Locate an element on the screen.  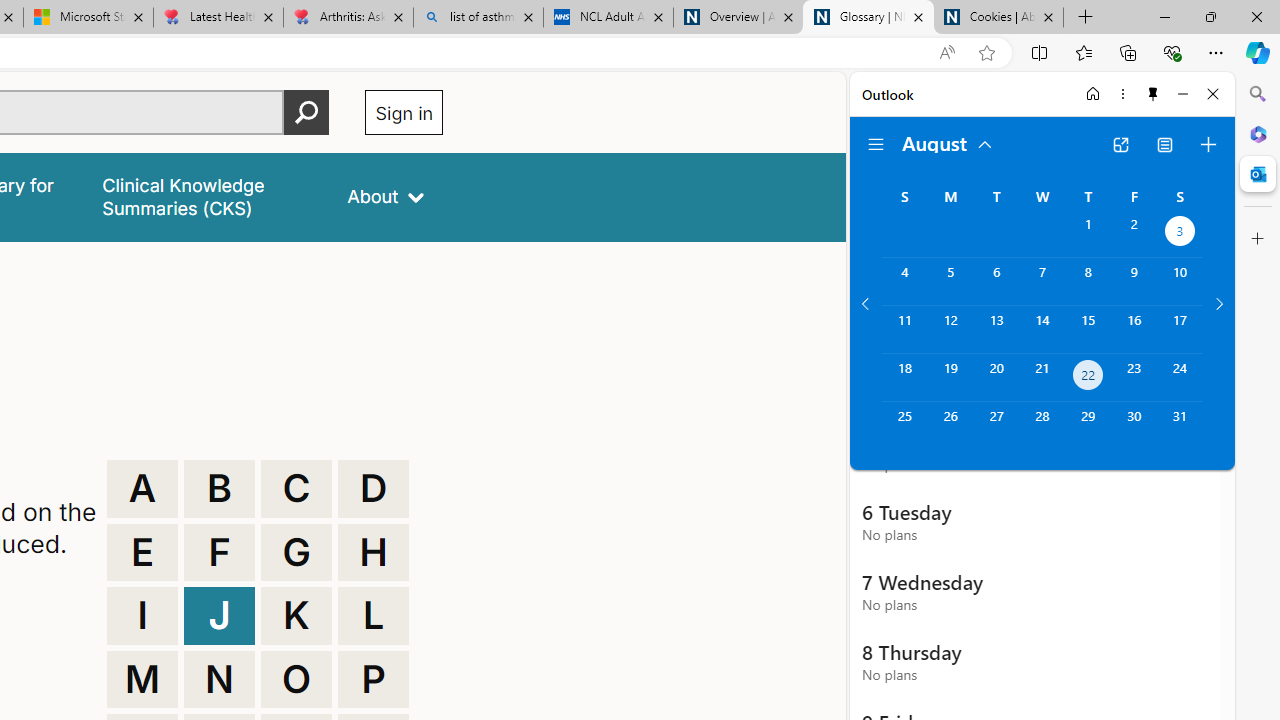
'Saturday, August 24, 2024. ' is located at coordinates (1180, 377).